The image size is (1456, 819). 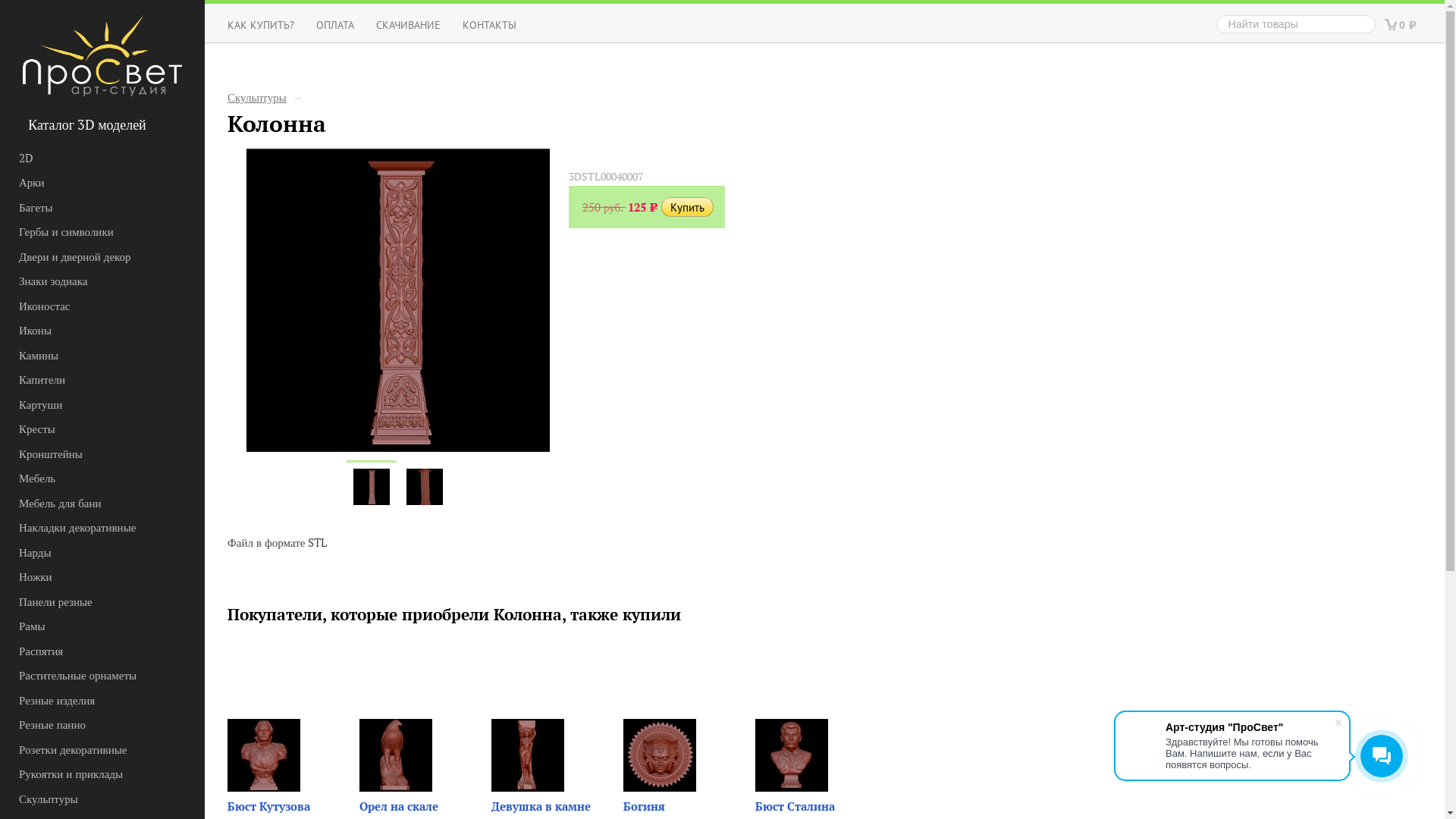 I want to click on '2D', so click(x=86, y=158).